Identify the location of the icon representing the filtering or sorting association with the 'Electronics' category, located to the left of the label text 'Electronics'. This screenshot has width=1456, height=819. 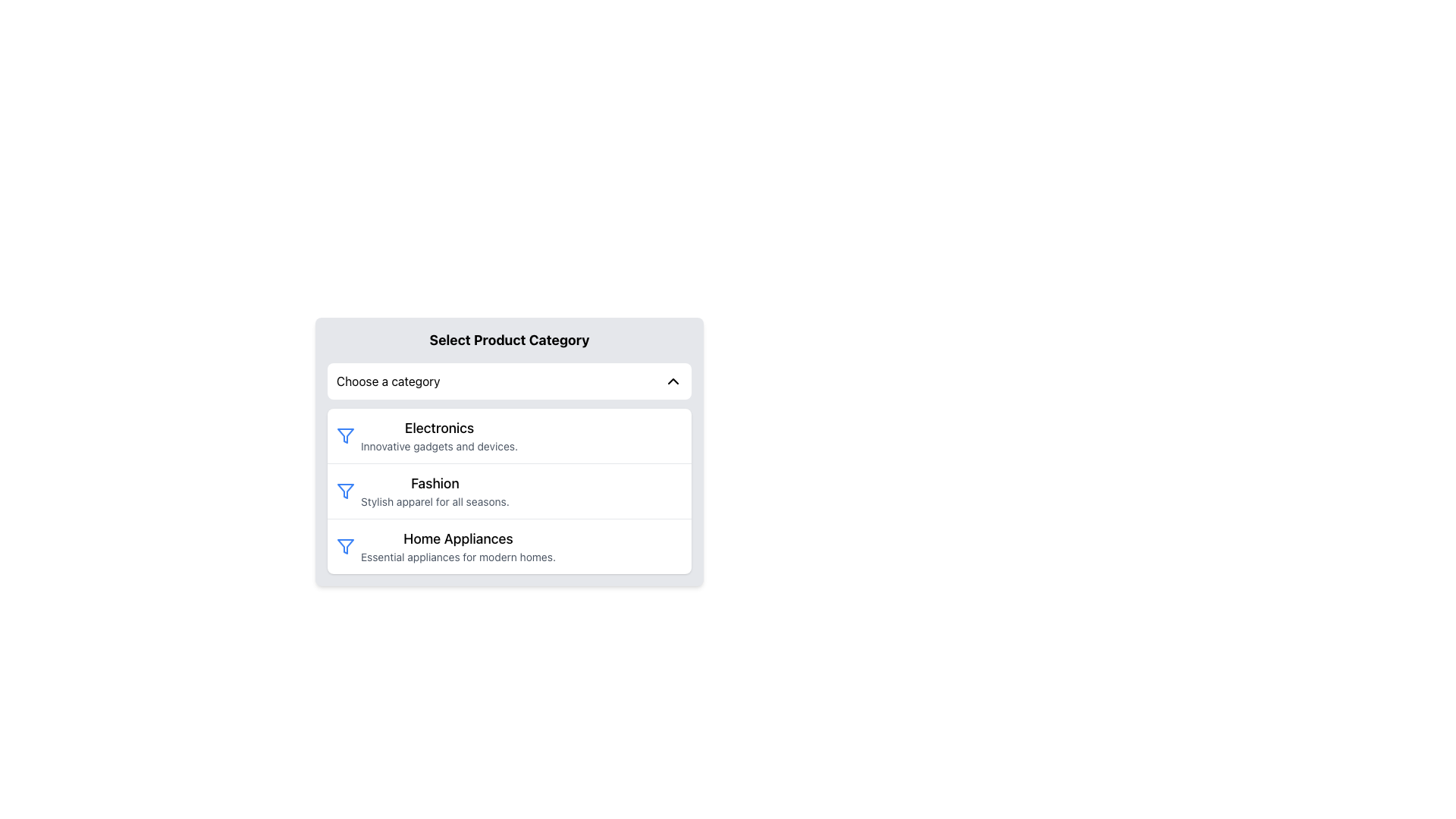
(345, 435).